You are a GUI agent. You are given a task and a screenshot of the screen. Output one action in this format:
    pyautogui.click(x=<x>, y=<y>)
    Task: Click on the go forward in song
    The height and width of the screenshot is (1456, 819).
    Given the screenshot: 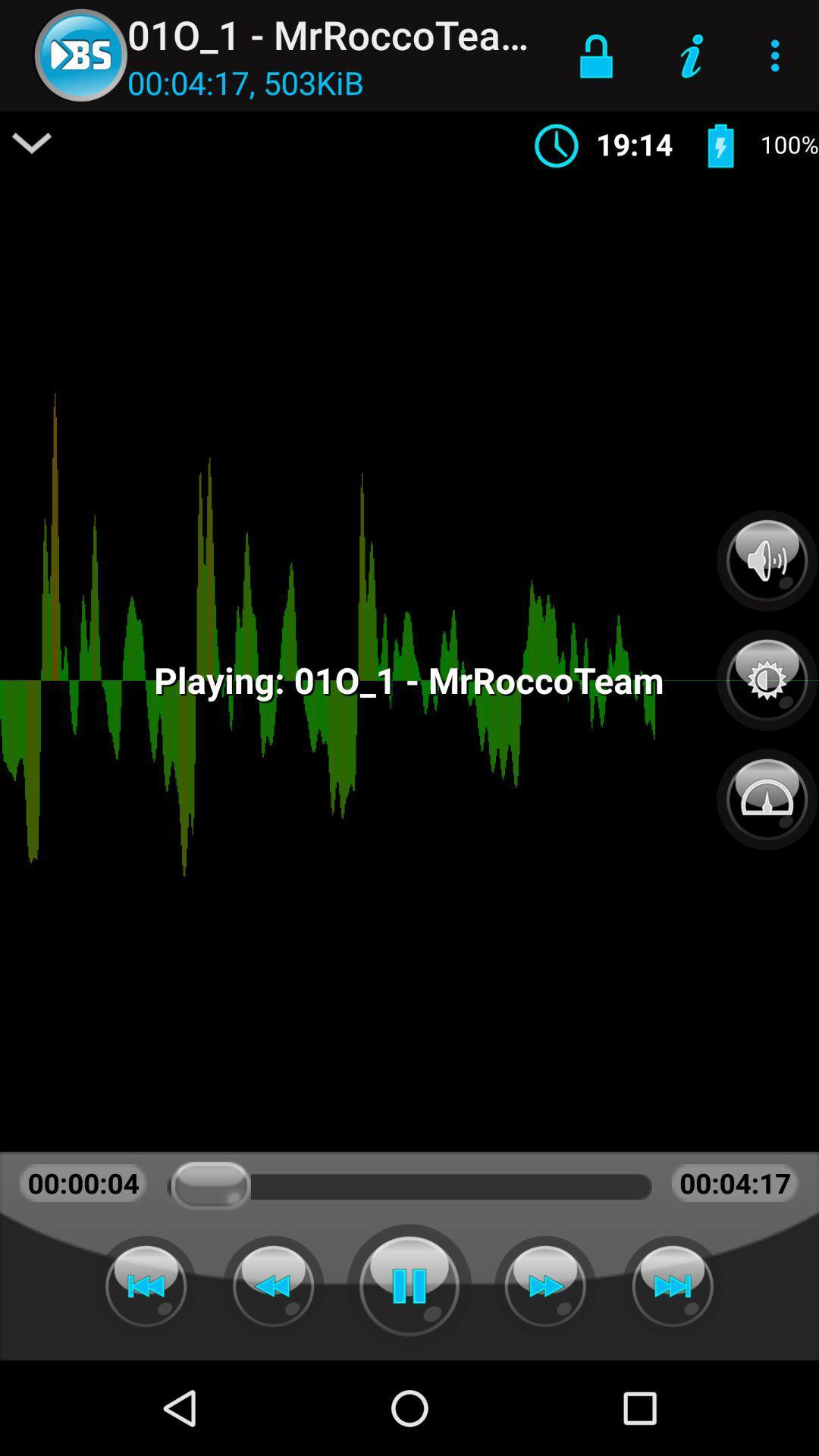 What is the action you would take?
    pyautogui.click(x=544, y=1285)
    